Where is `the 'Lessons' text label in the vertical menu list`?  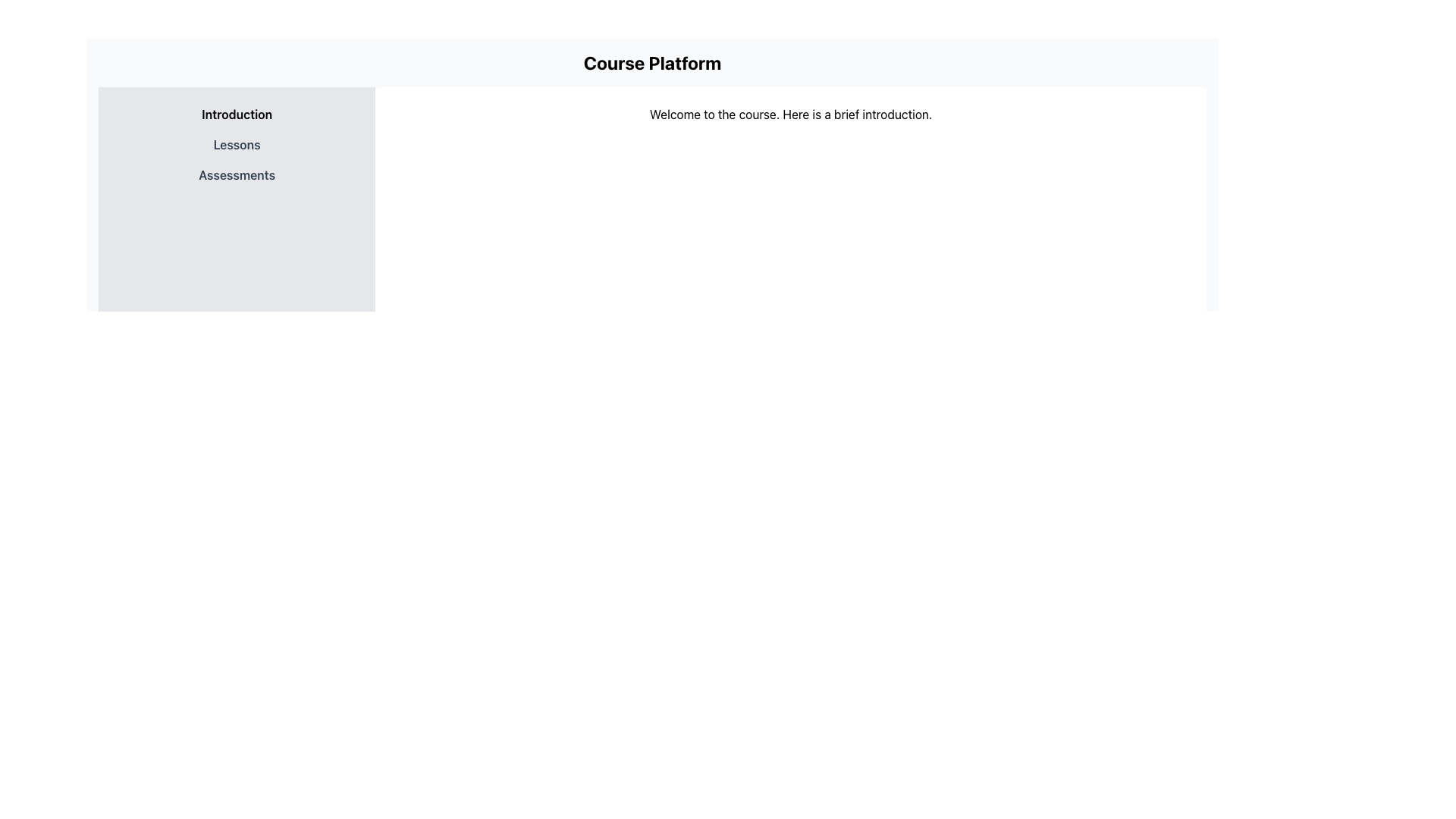
the 'Lessons' text label in the vertical menu list is located at coordinates (236, 145).